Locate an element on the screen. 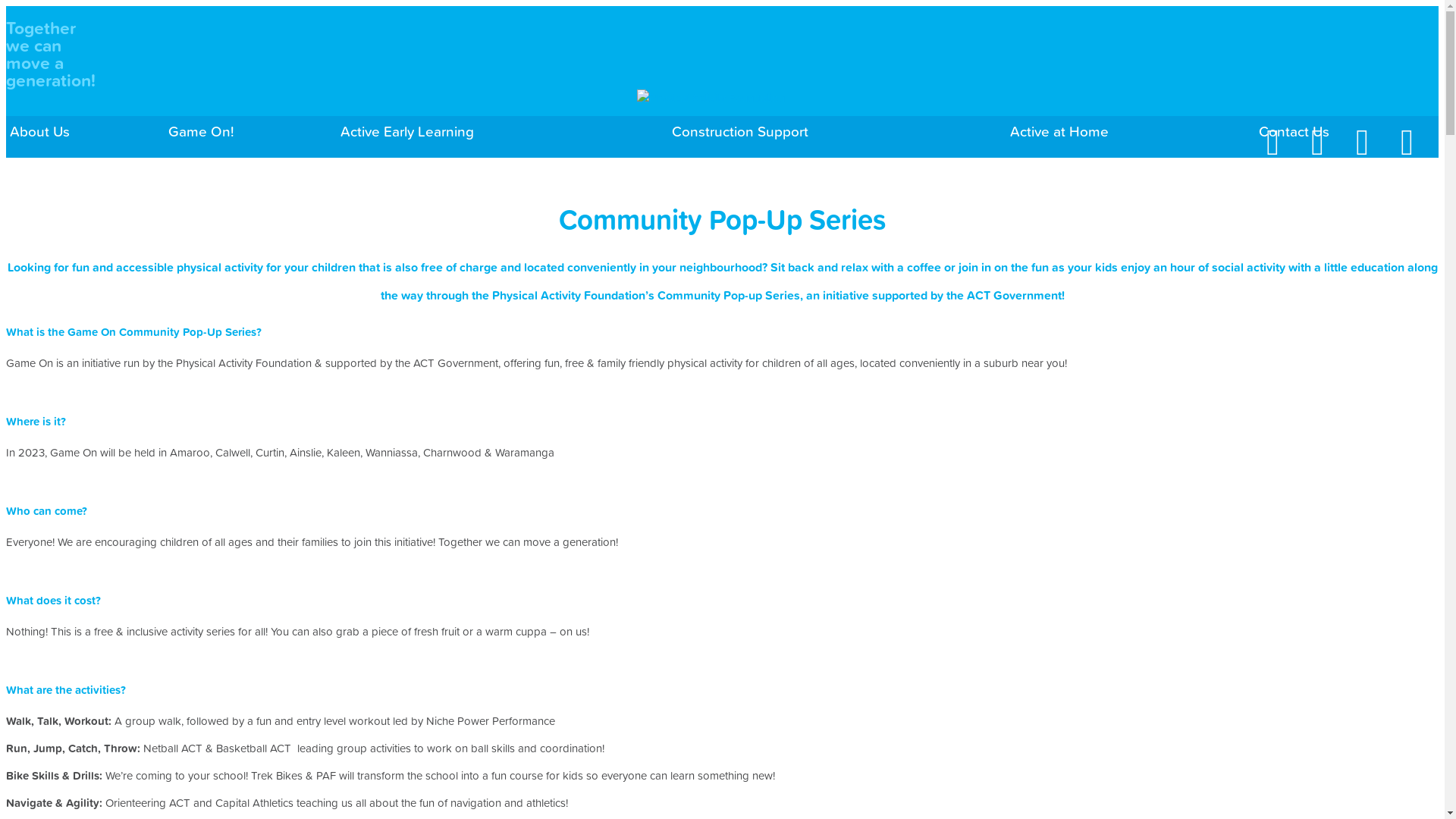 The image size is (1456, 819). 'Twitter' is located at coordinates (1326, 166).